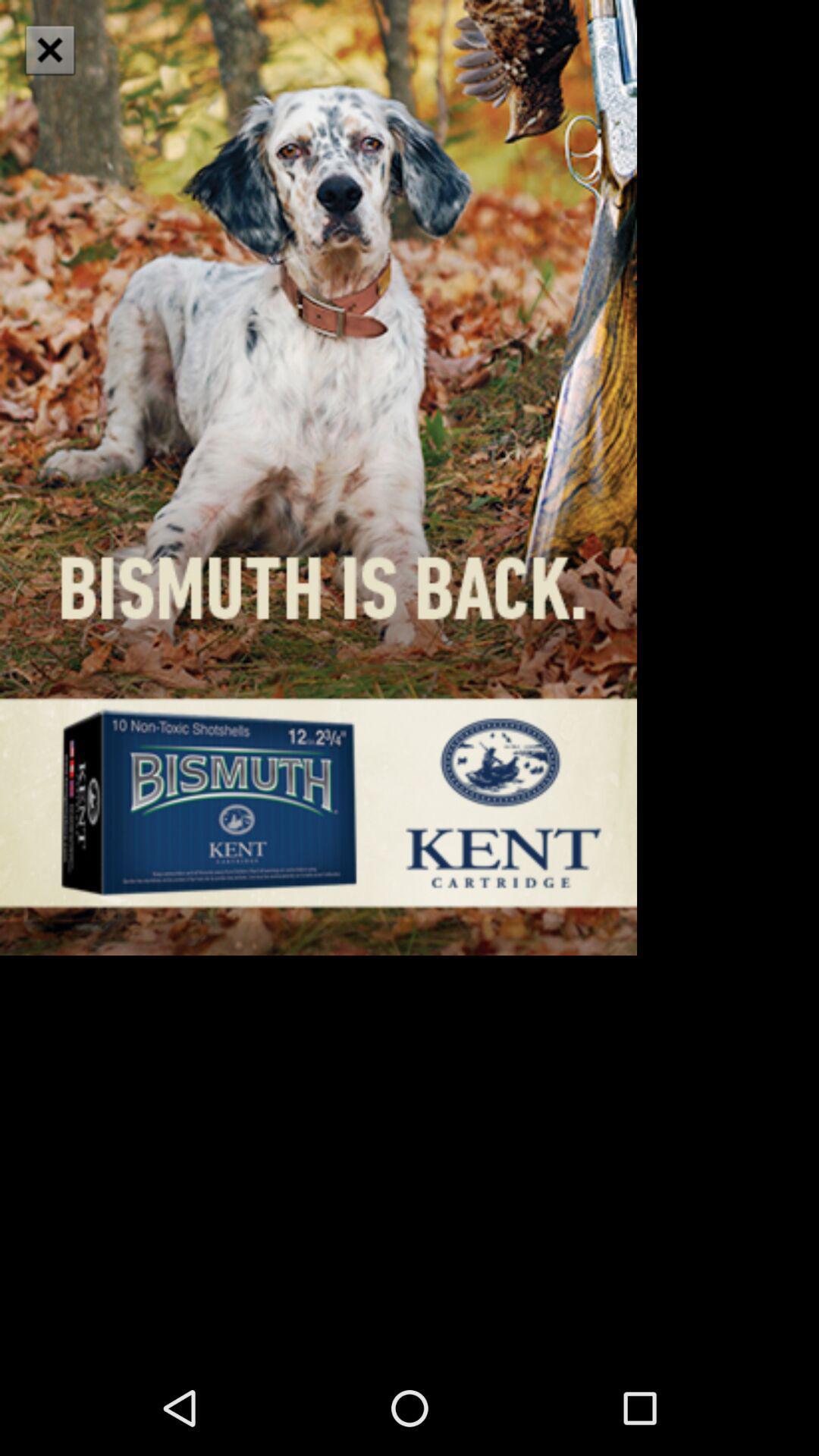  What do you see at coordinates (49, 53) in the screenshot?
I see `the close icon` at bounding box center [49, 53].